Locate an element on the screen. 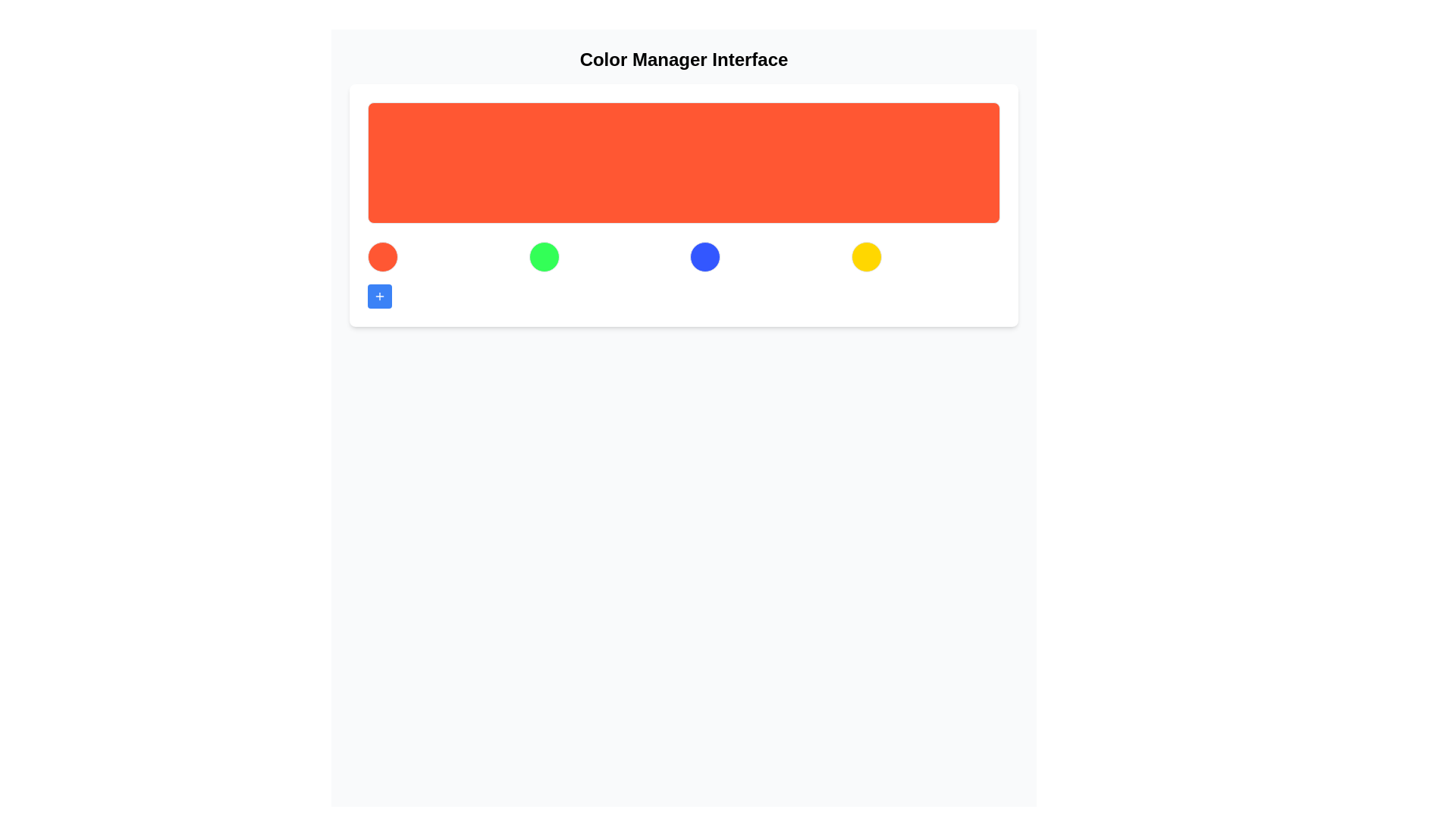  the small blue plus sign icon button located below the orange rectangle in the interface is located at coordinates (379, 296).